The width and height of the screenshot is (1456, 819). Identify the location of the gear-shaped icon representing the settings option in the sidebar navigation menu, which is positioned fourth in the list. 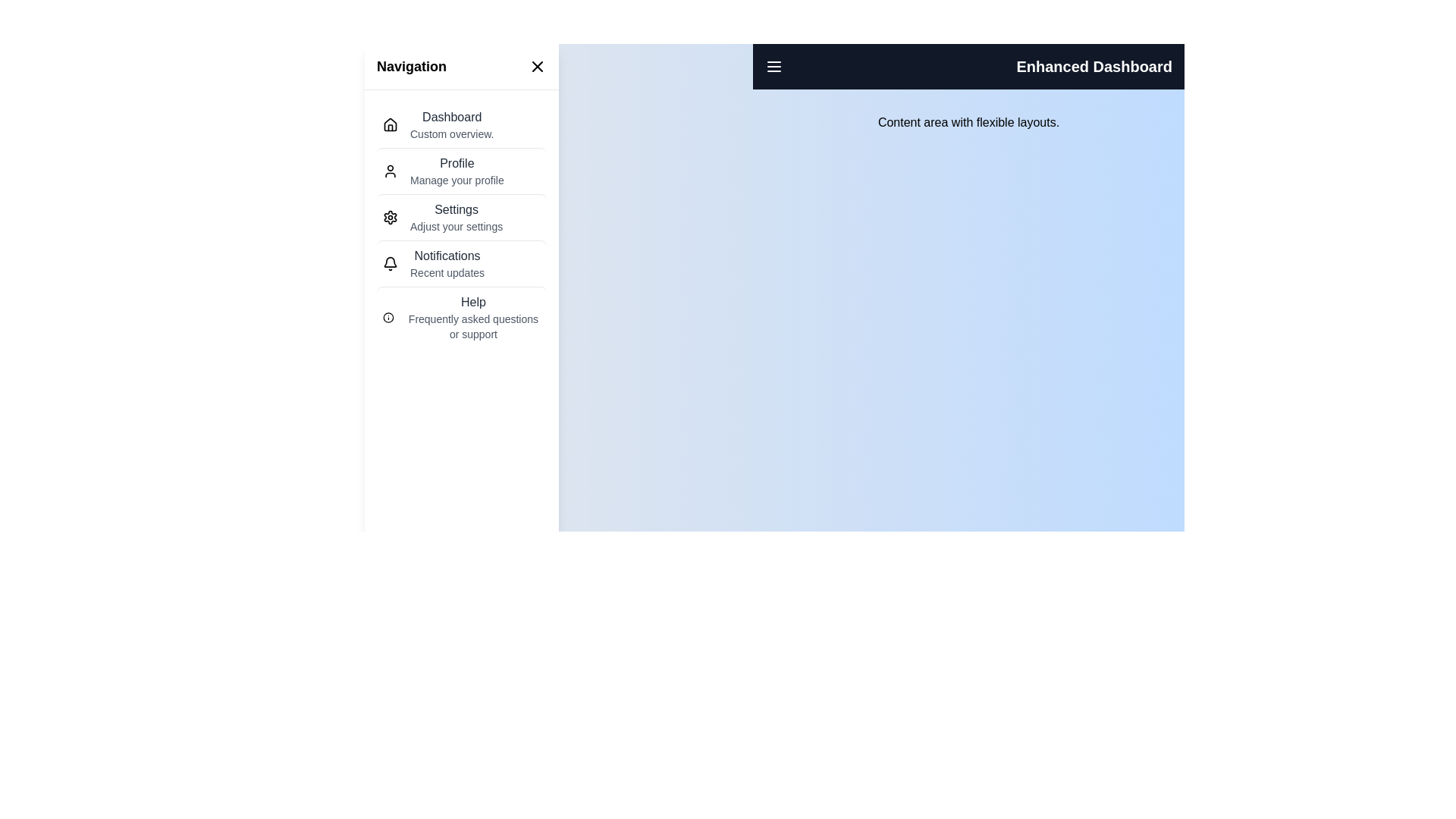
(390, 217).